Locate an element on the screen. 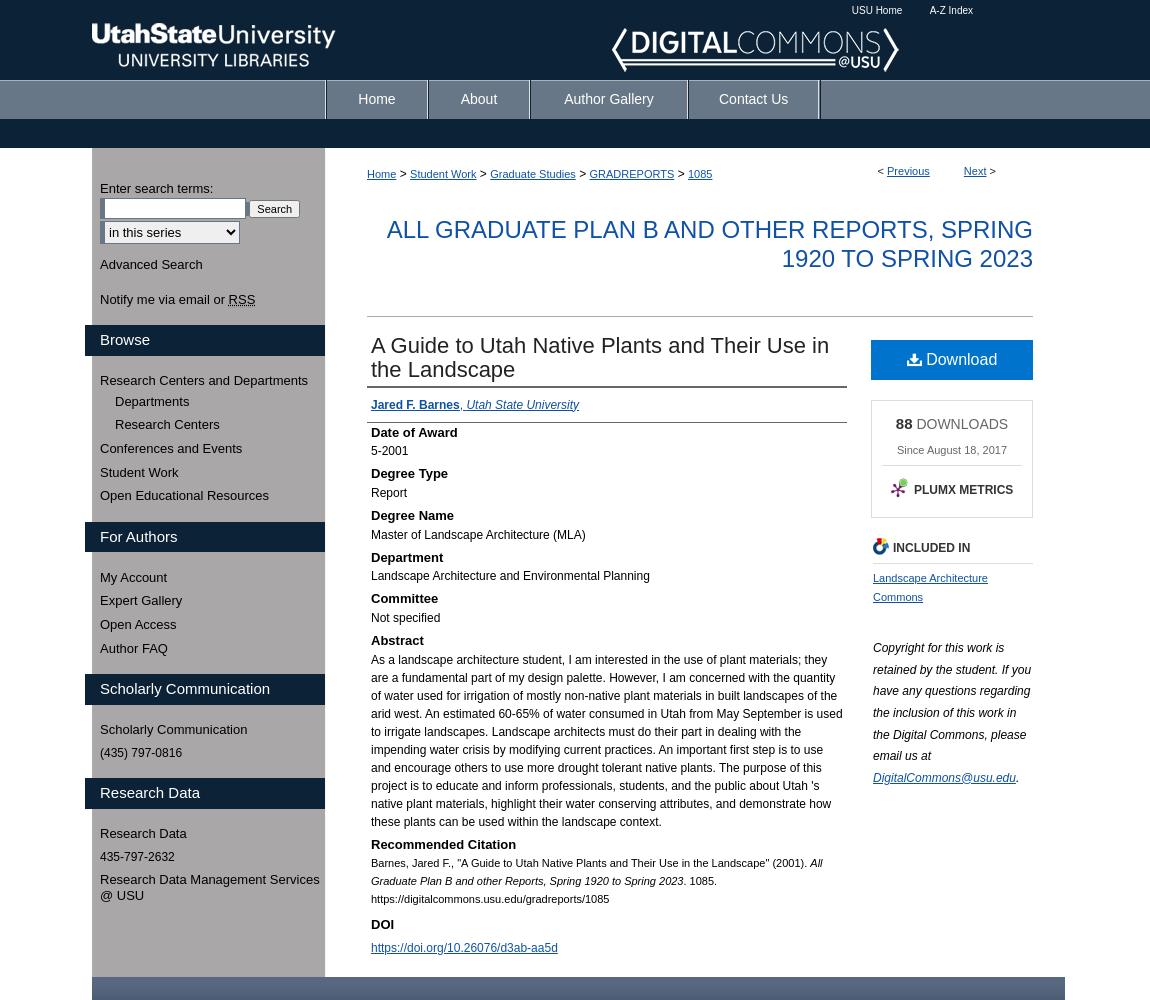  'Master of Landscape Architecture (MLA)' is located at coordinates (370, 534).